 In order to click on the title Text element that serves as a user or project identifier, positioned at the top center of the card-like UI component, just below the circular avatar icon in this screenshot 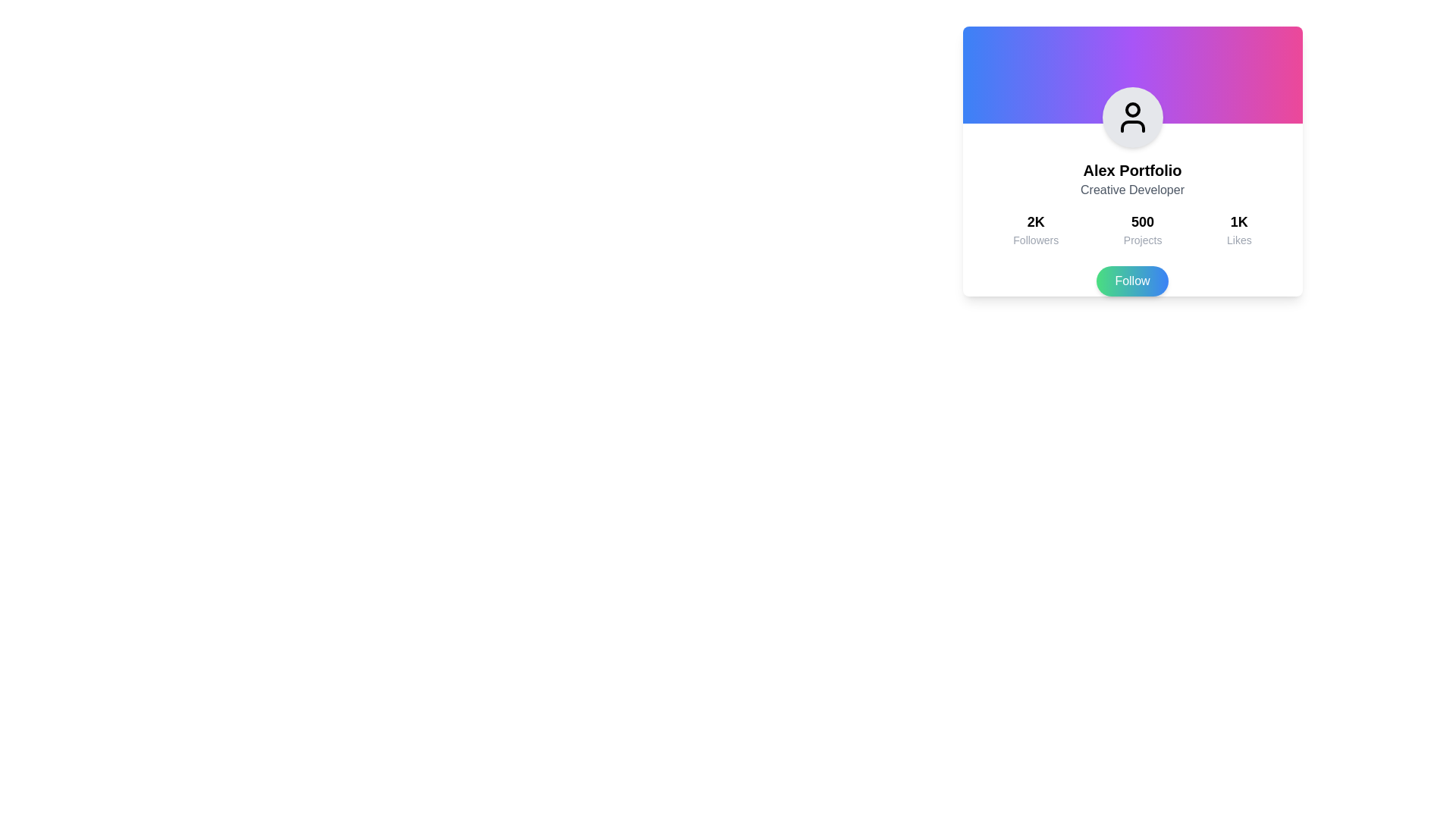, I will do `click(1132, 170)`.